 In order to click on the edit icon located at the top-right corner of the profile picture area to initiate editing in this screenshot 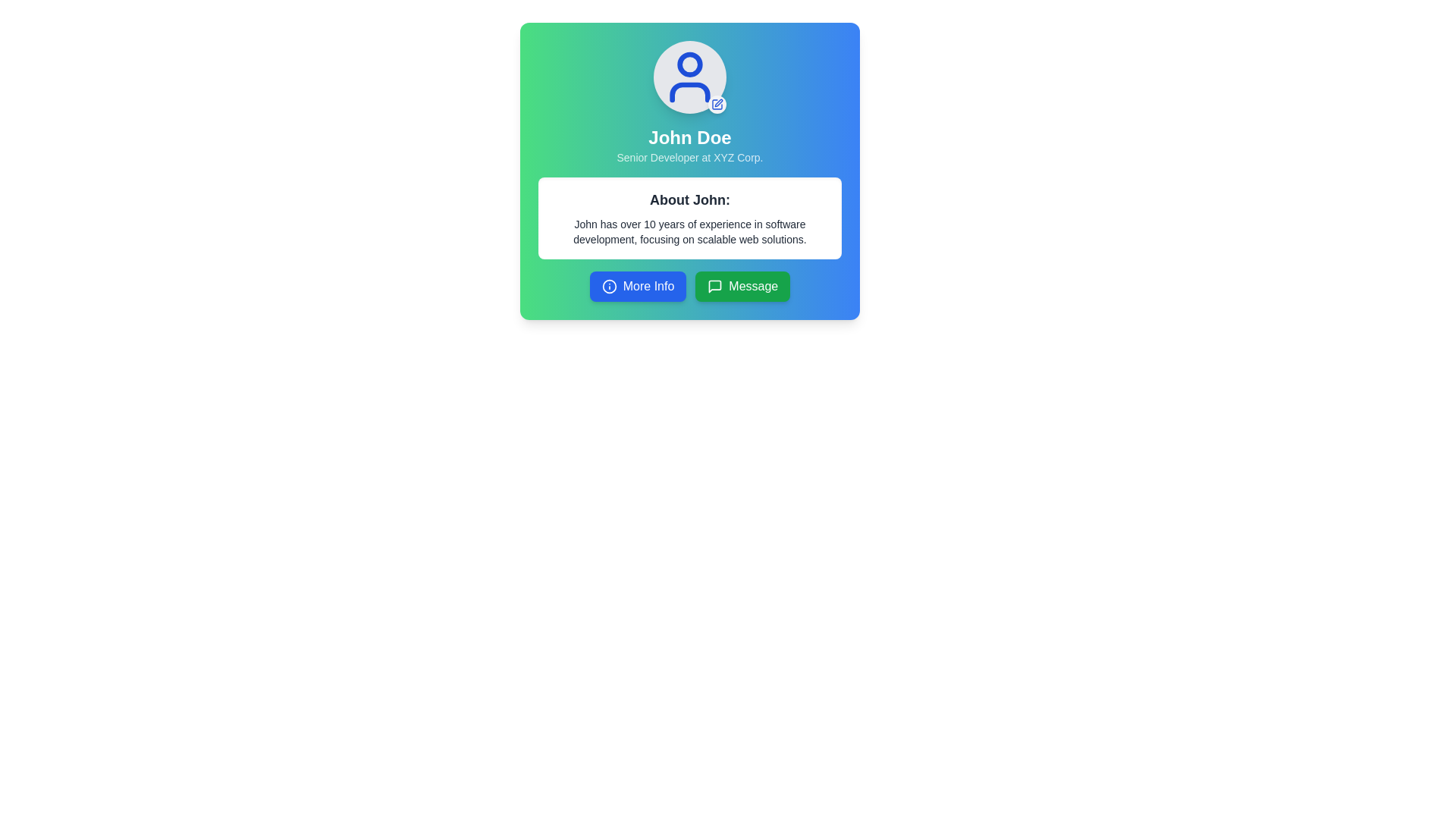, I will do `click(716, 104)`.